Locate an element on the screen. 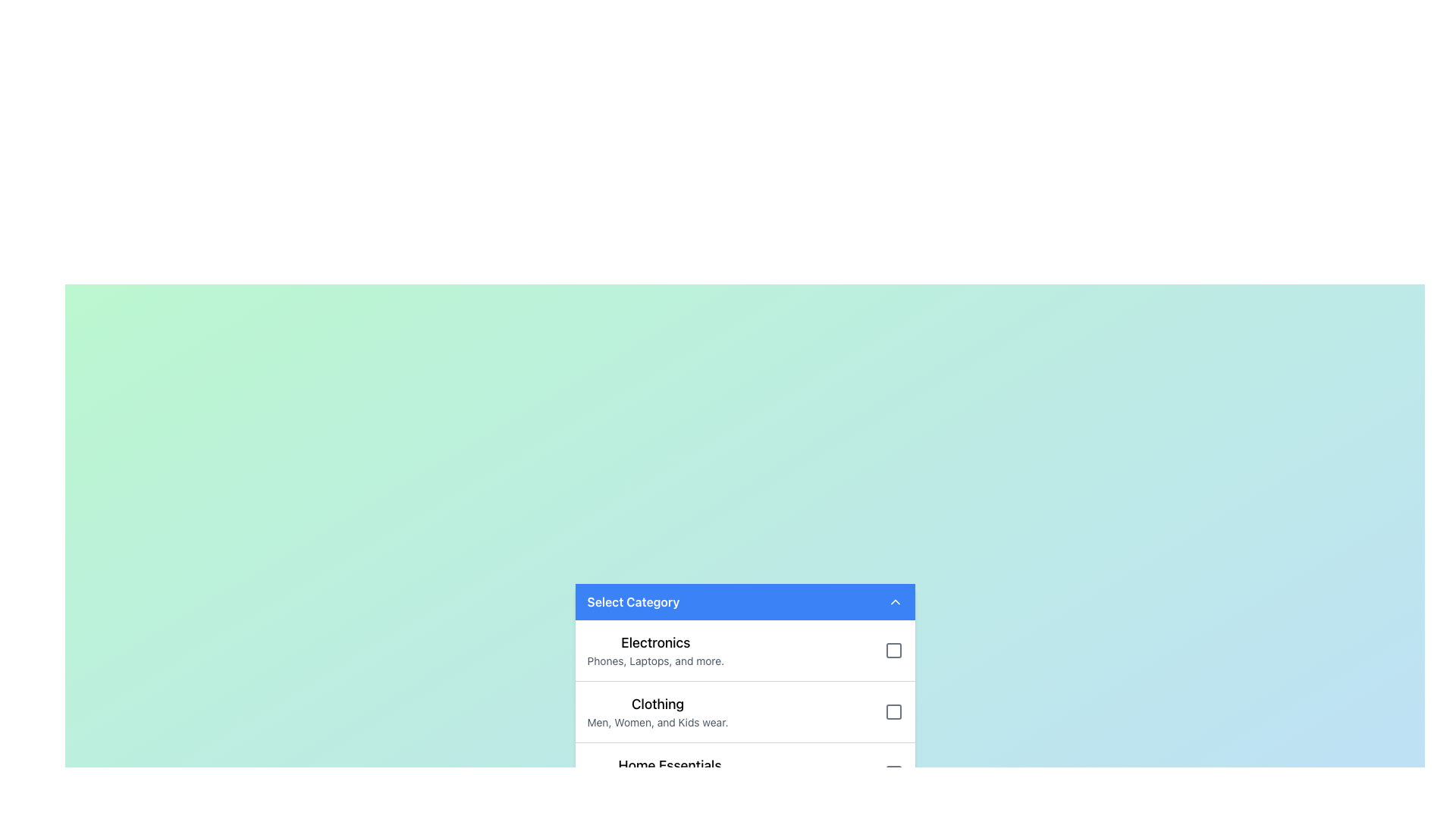 The width and height of the screenshot is (1456, 819). the graphical icon associated with the 'Home Essentials' text located in the bottom-right corner of the list item is located at coordinates (893, 773).